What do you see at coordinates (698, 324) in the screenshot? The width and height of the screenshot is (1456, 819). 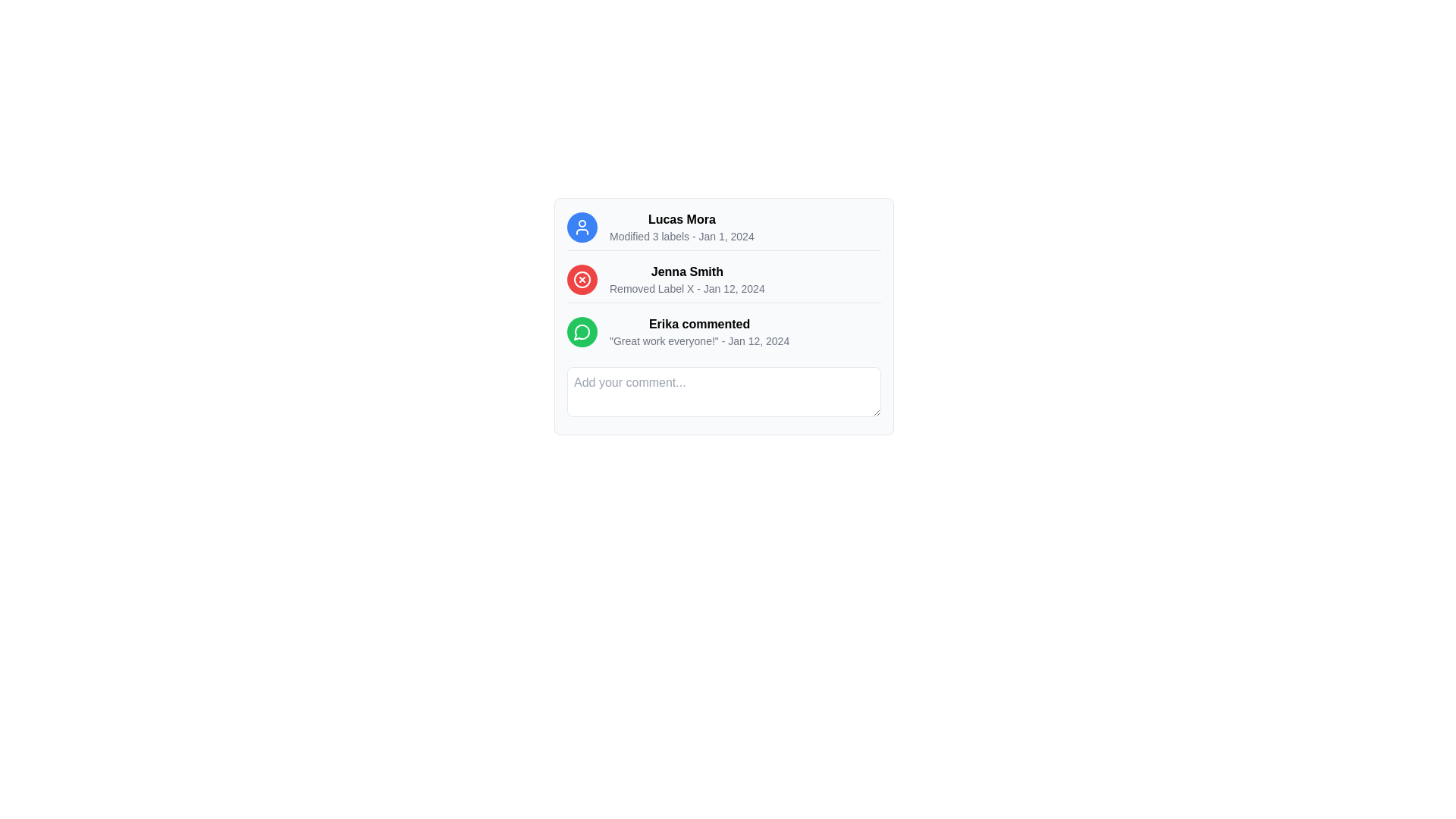 I see `bold text label that says 'Erika commented', located in the third position of the user actions list, situated between 'Jenna Smith' and a quote from 'Erika'` at bounding box center [698, 324].